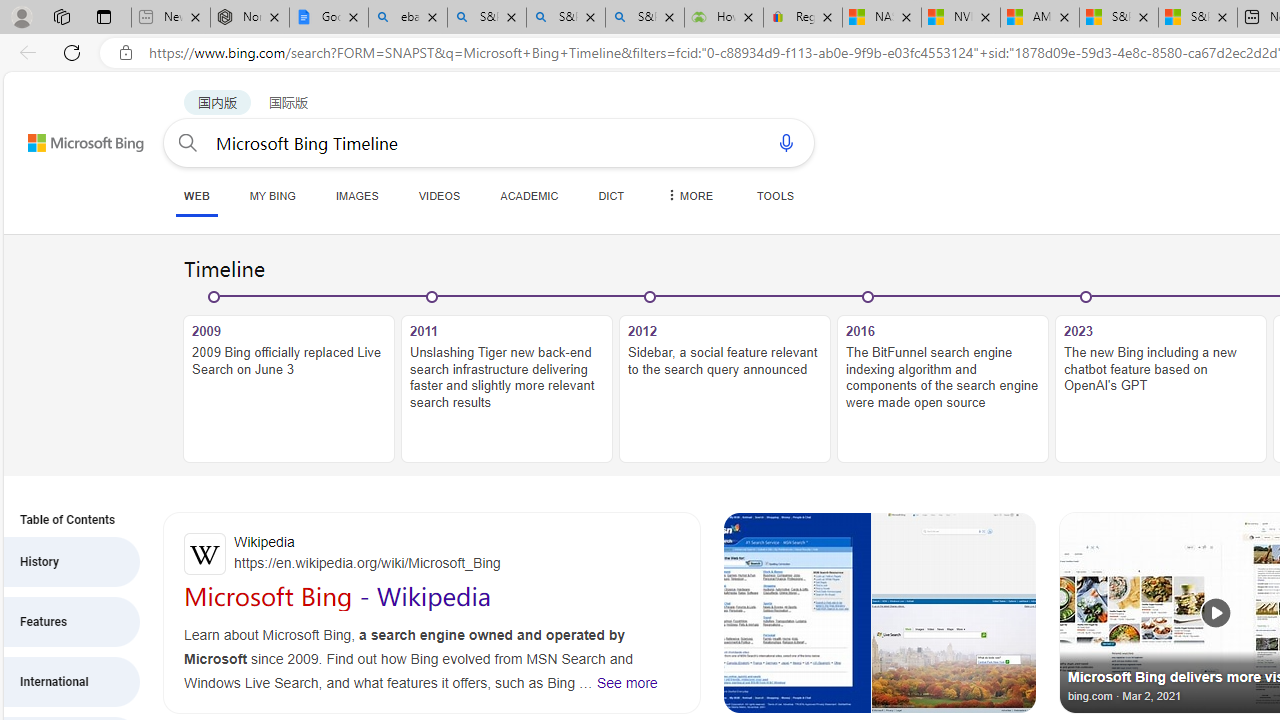 Image resolution: width=1280 pixels, height=720 pixels. I want to click on 'DICT', so click(610, 195).